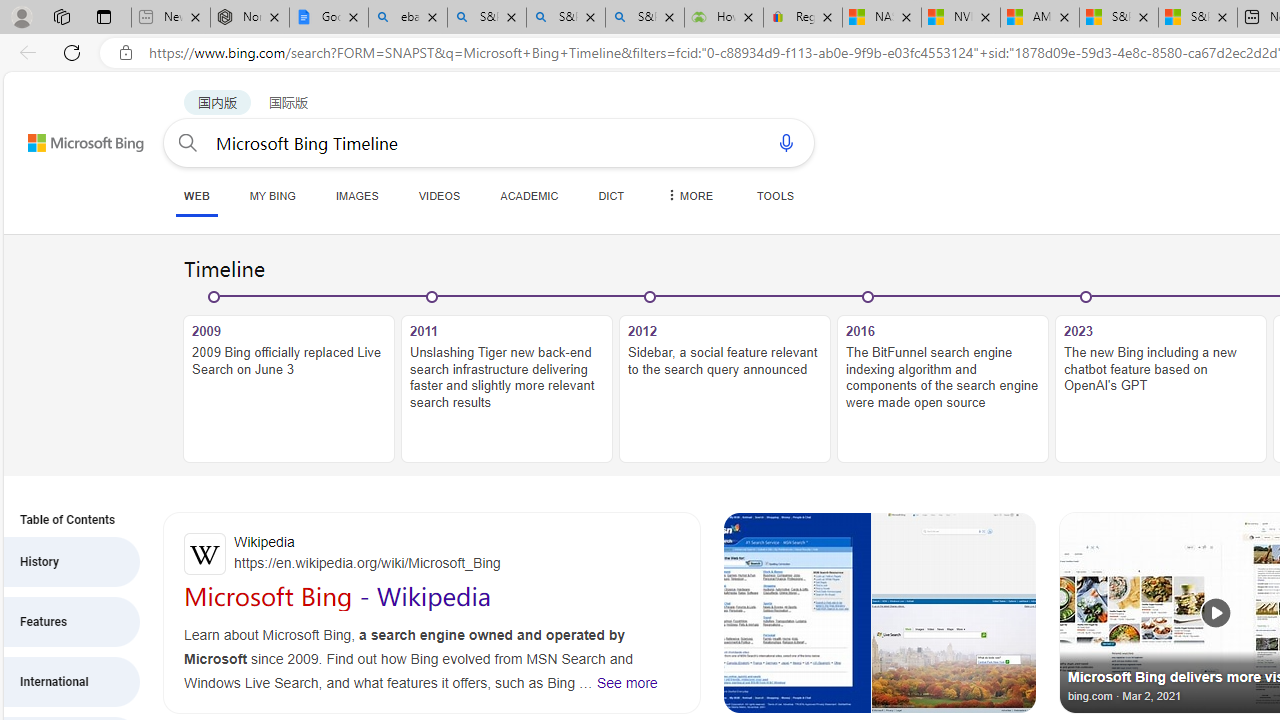 Image resolution: width=1280 pixels, height=720 pixels. I want to click on 'DICT', so click(610, 195).